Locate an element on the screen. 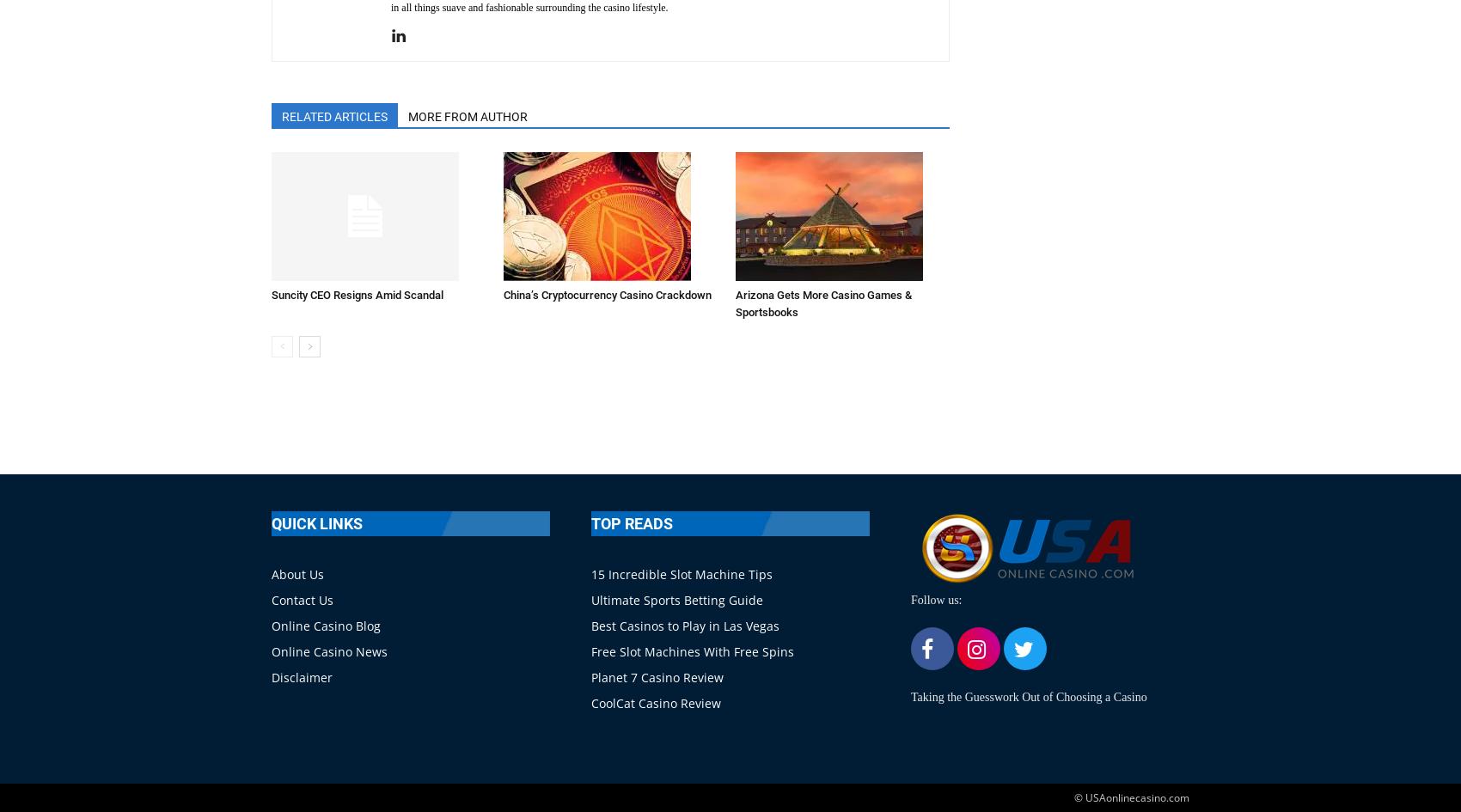 Image resolution: width=1461 pixels, height=812 pixels. 'Free Slot Machines With Free Spins' is located at coordinates (690, 650).